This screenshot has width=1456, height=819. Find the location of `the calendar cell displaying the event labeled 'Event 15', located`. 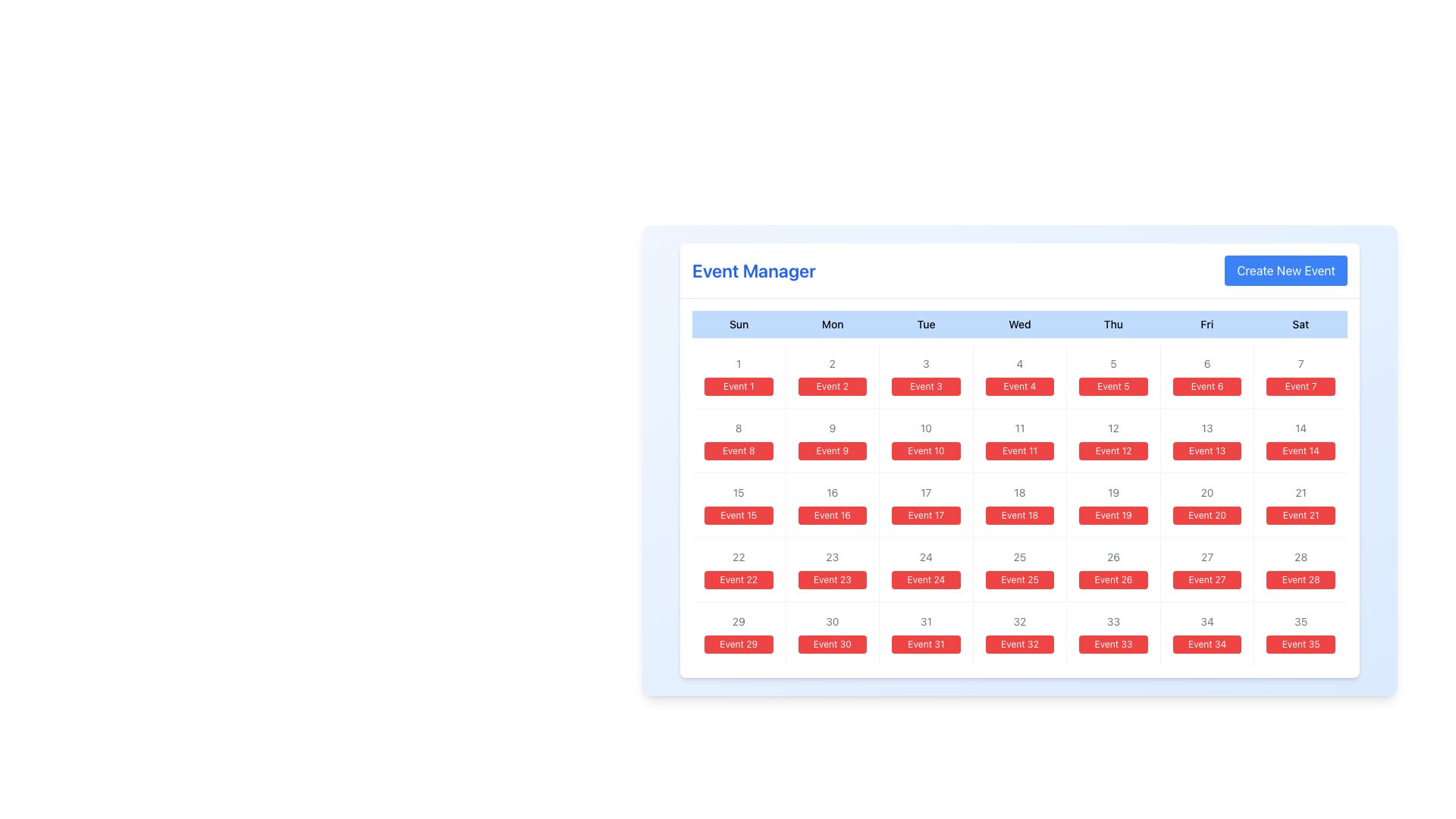

the calendar cell displaying the event labeled 'Event 15', located is located at coordinates (739, 505).